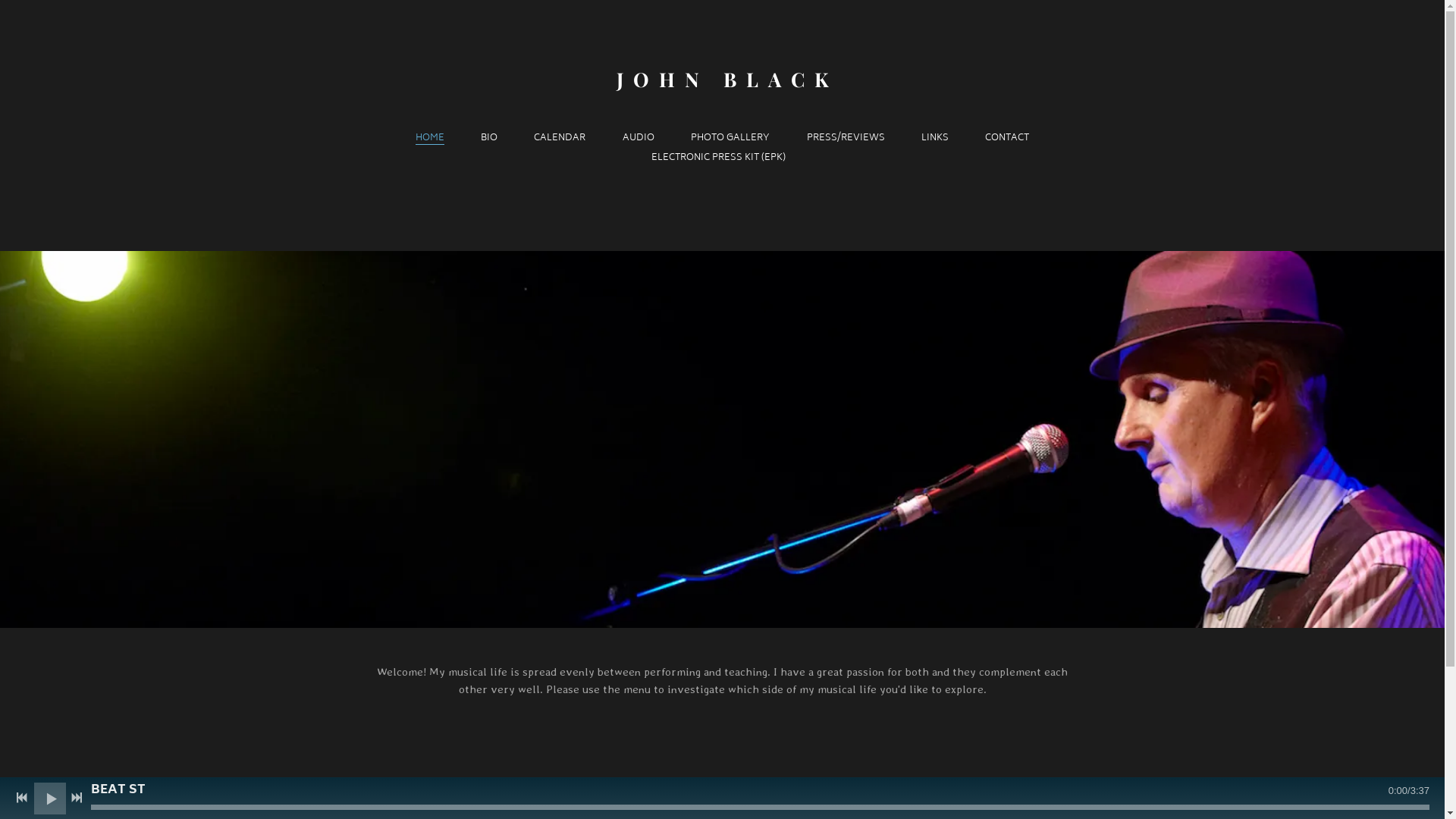 The image size is (1456, 819). What do you see at coordinates (806, 138) in the screenshot?
I see `'PRESS/REVIEWS'` at bounding box center [806, 138].